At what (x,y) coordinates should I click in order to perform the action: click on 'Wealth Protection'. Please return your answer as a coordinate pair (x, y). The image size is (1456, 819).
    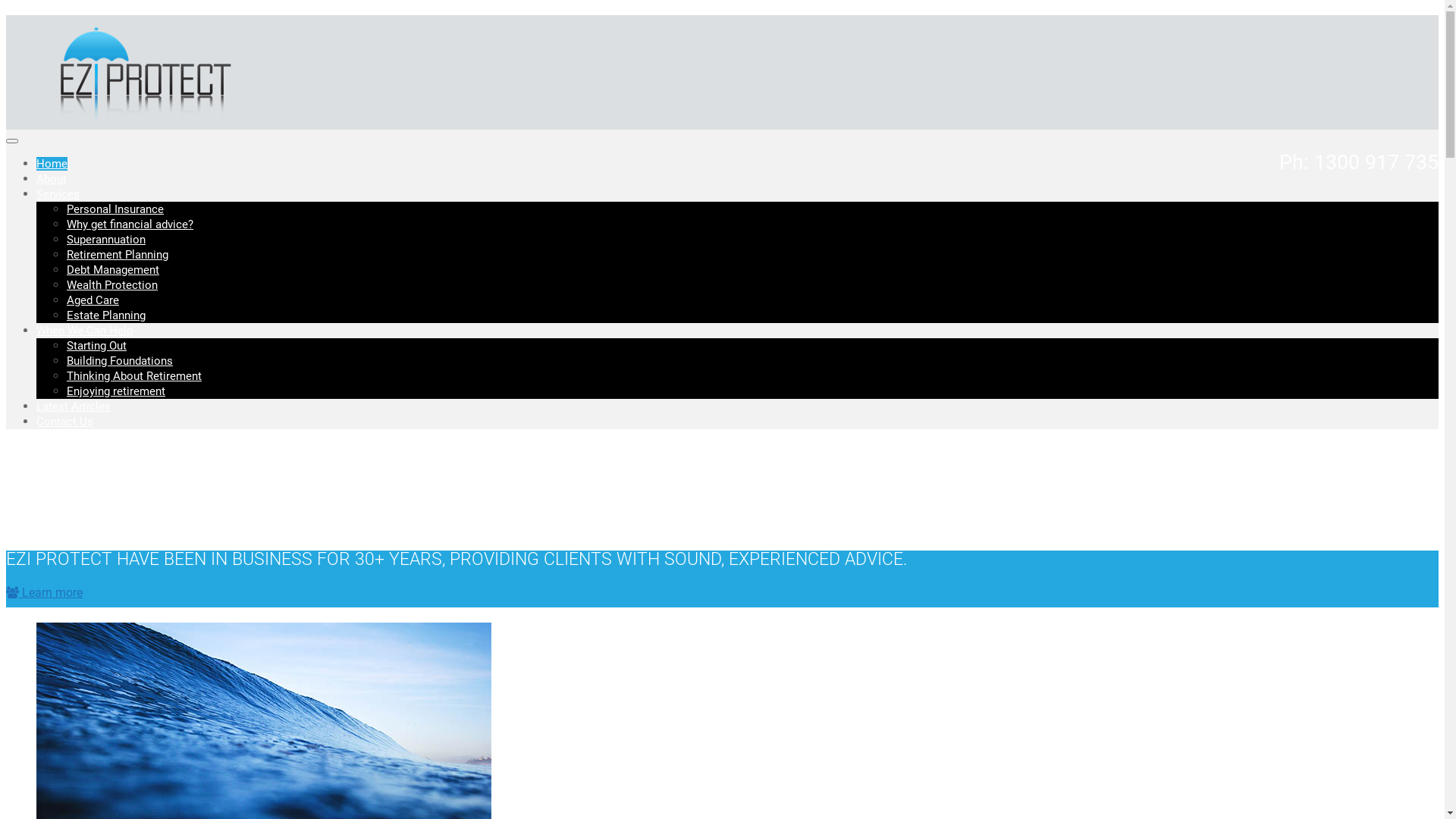
    Looking at the image, I should click on (65, 284).